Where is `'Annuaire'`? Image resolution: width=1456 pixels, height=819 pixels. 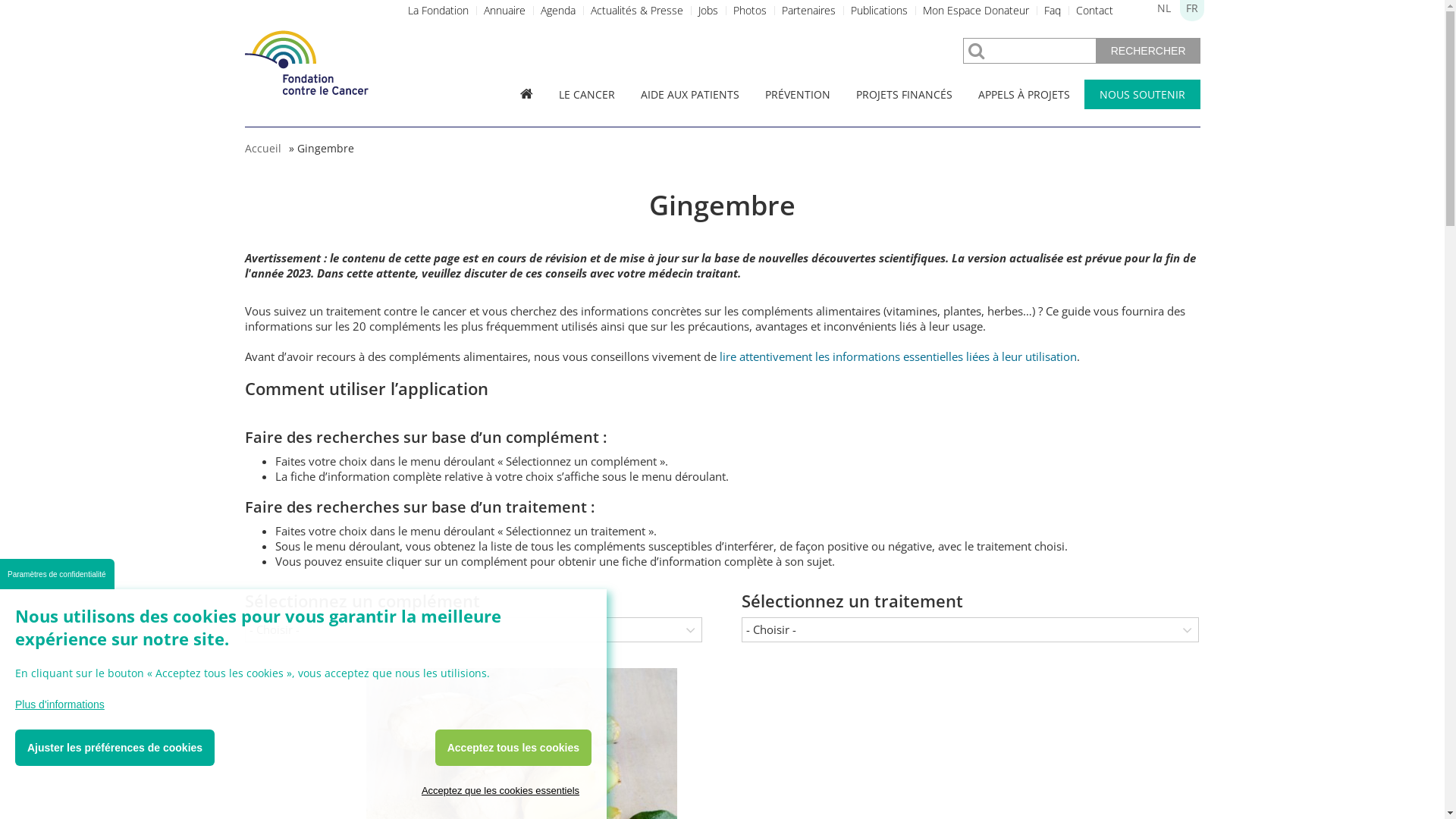
'Annuaire' is located at coordinates (504, 10).